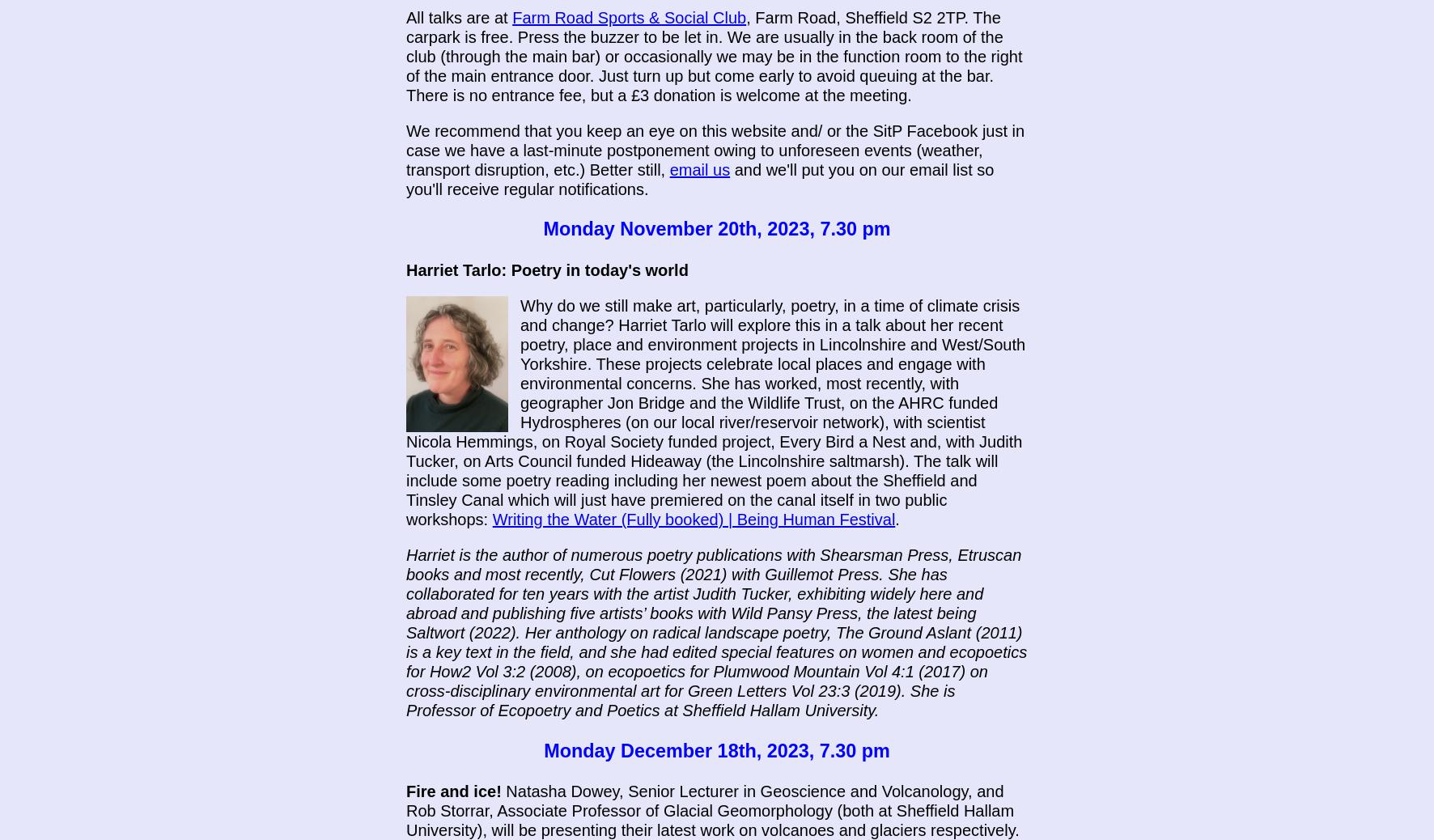  Describe the element at coordinates (699, 168) in the screenshot. I see `'email us'` at that location.